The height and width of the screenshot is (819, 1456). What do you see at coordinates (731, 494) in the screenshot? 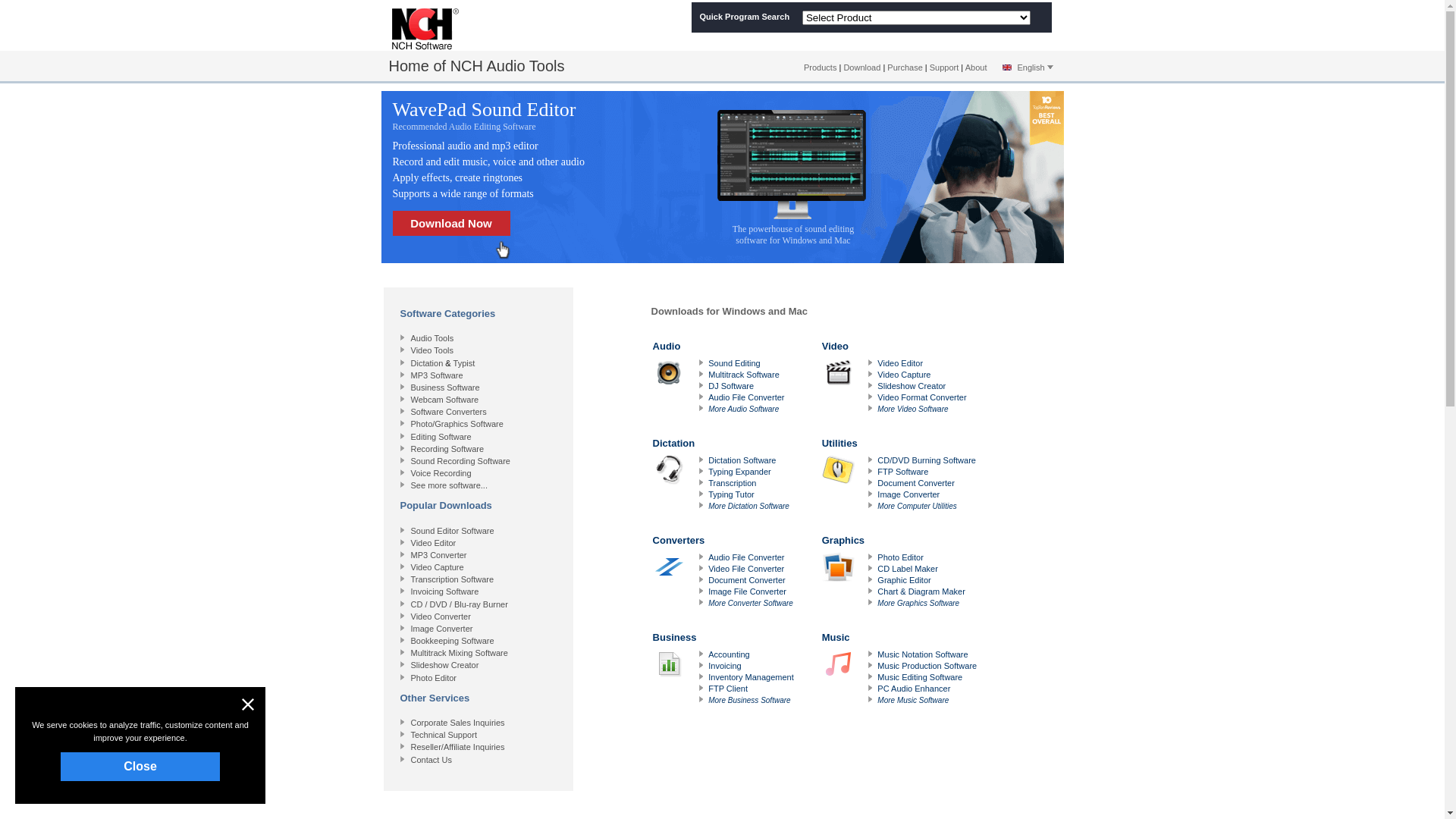
I see `'Typing Tutor'` at bounding box center [731, 494].